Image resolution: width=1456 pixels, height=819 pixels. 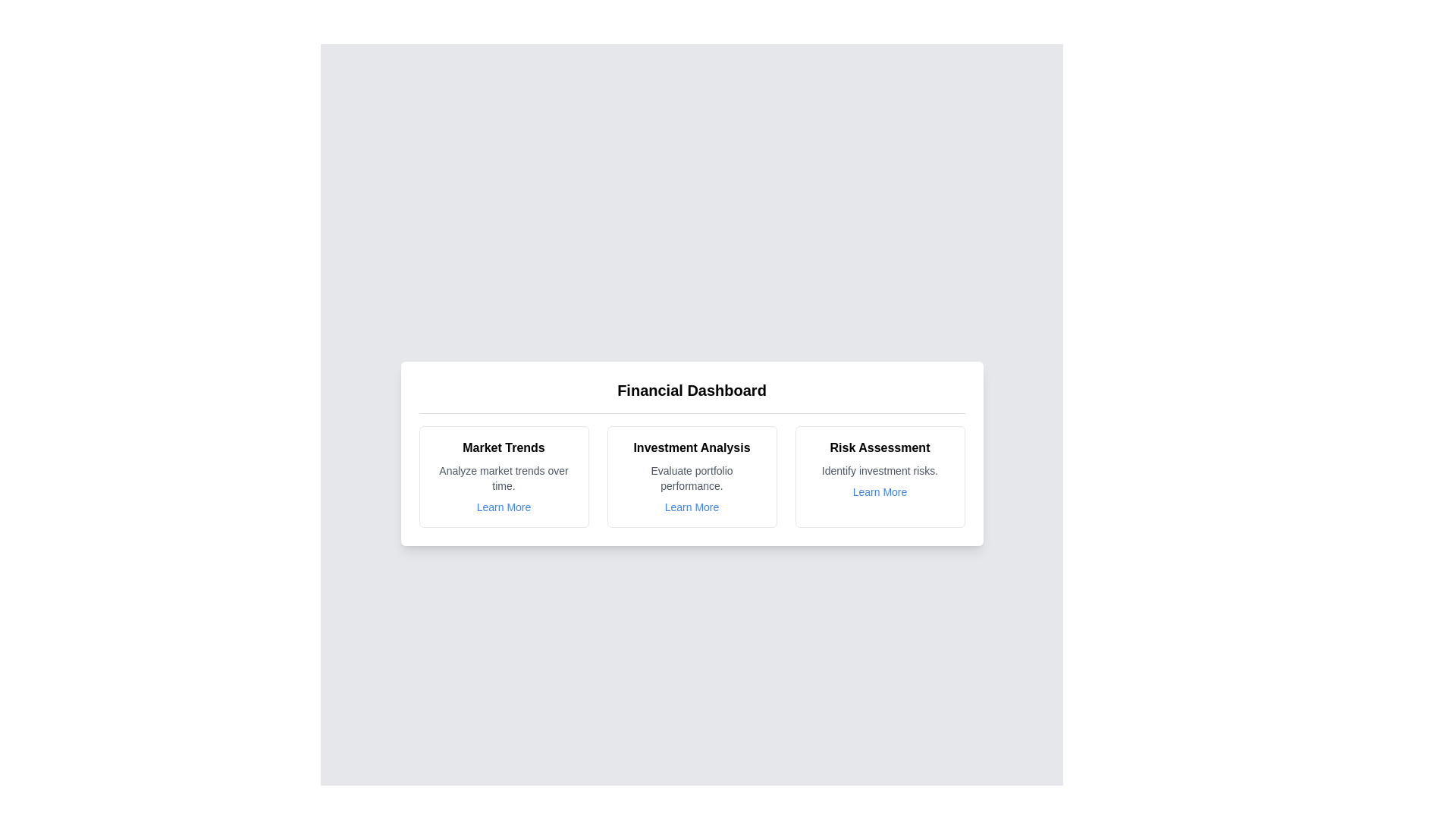 I want to click on the 'Learn More' link for the Market Trends chart card, so click(x=504, y=507).